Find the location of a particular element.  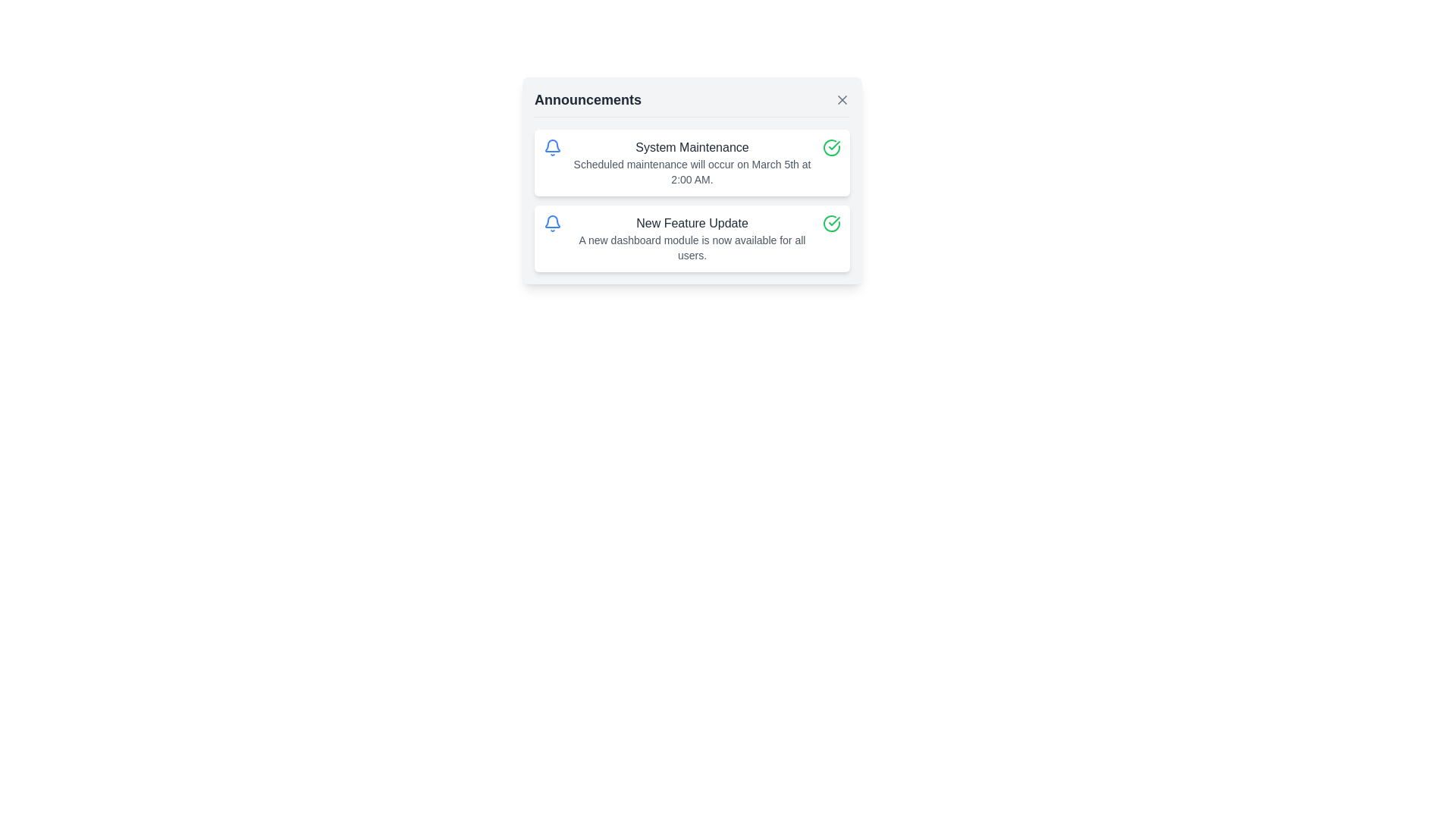

the small X-shaped button located in the top-right corner of the 'Announcements' header box to change its appearance is located at coordinates (841, 99).